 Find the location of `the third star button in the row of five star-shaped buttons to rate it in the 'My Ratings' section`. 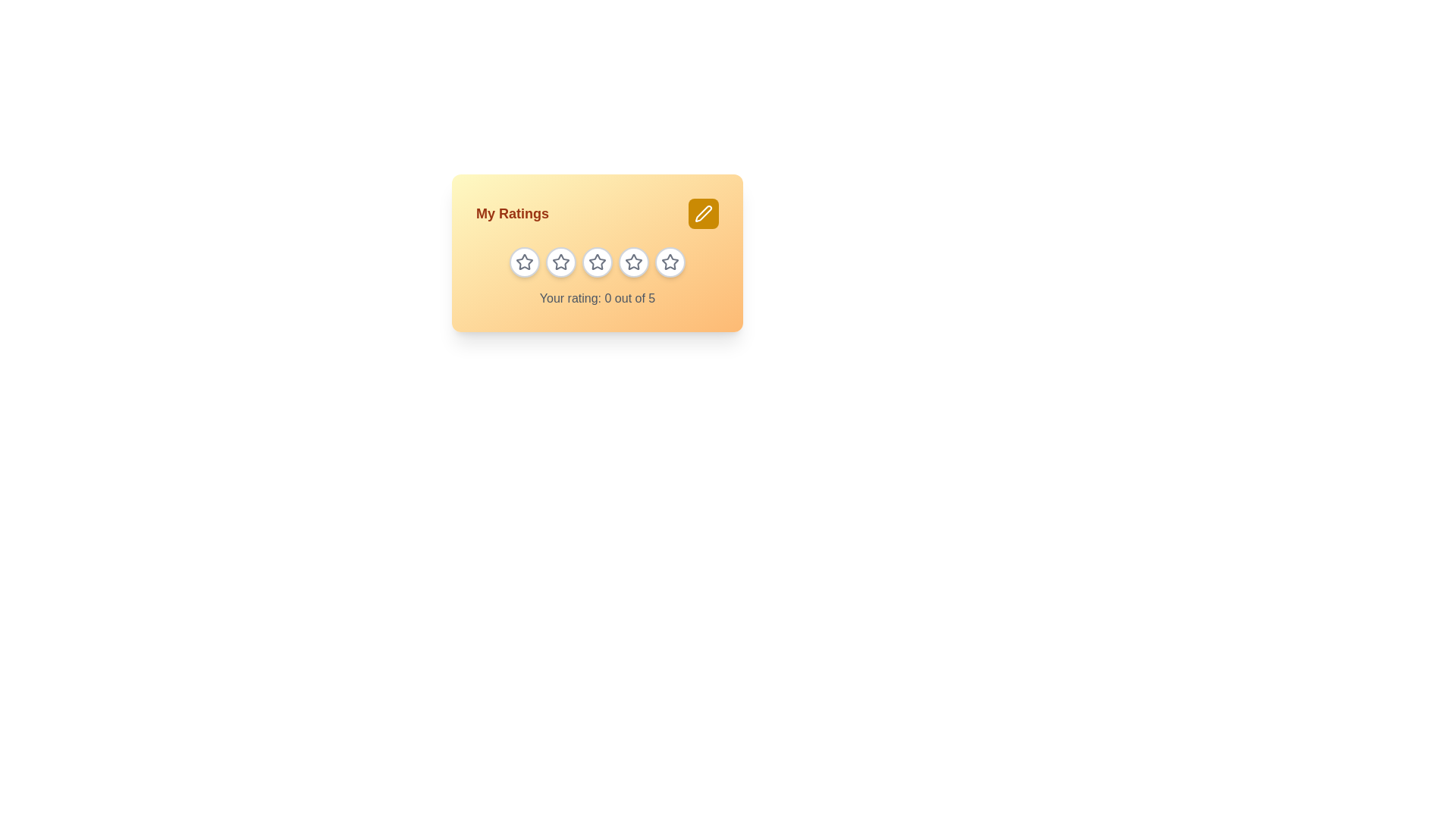

the third star button in the row of five star-shaped buttons to rate it in the 'My Ratings' section is located at coordinates (596, 262).